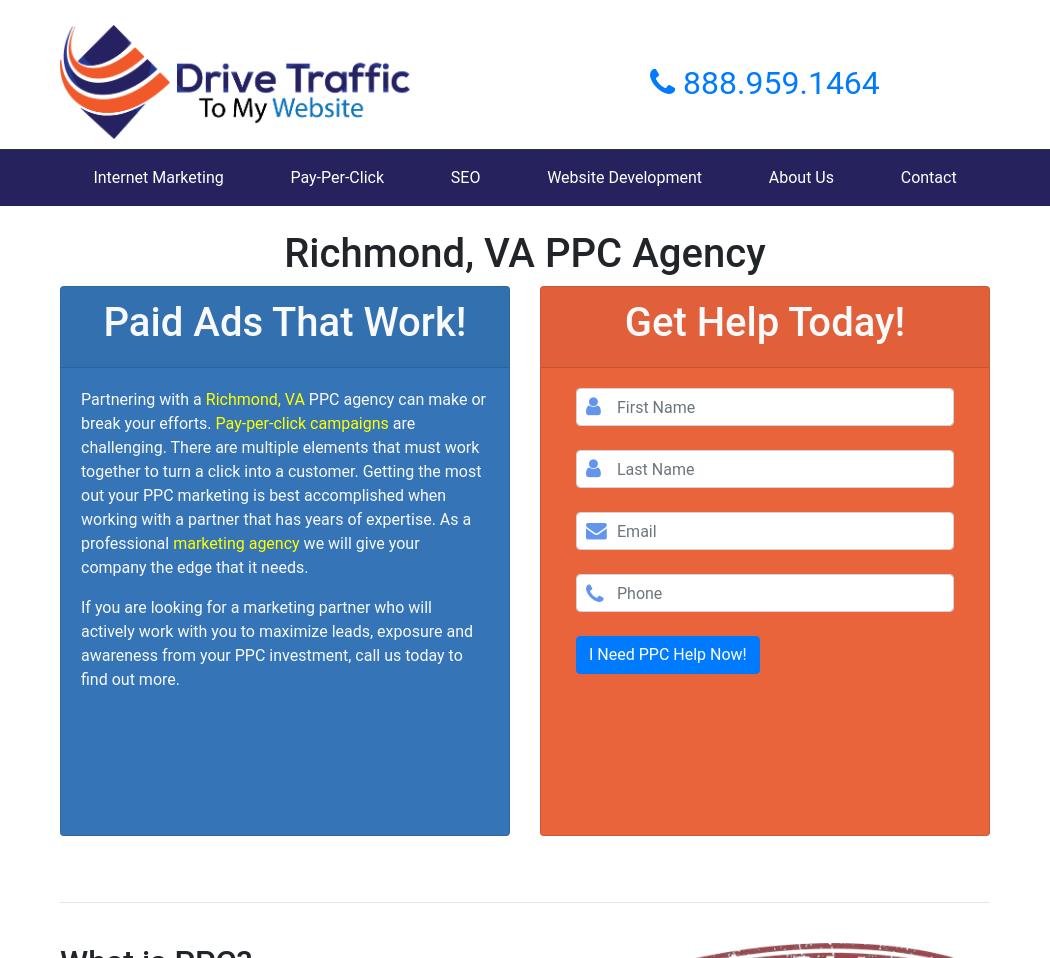  Describe the element at coordinates (624, 176) in the screenshot. I see `'Website Development'` at that location.